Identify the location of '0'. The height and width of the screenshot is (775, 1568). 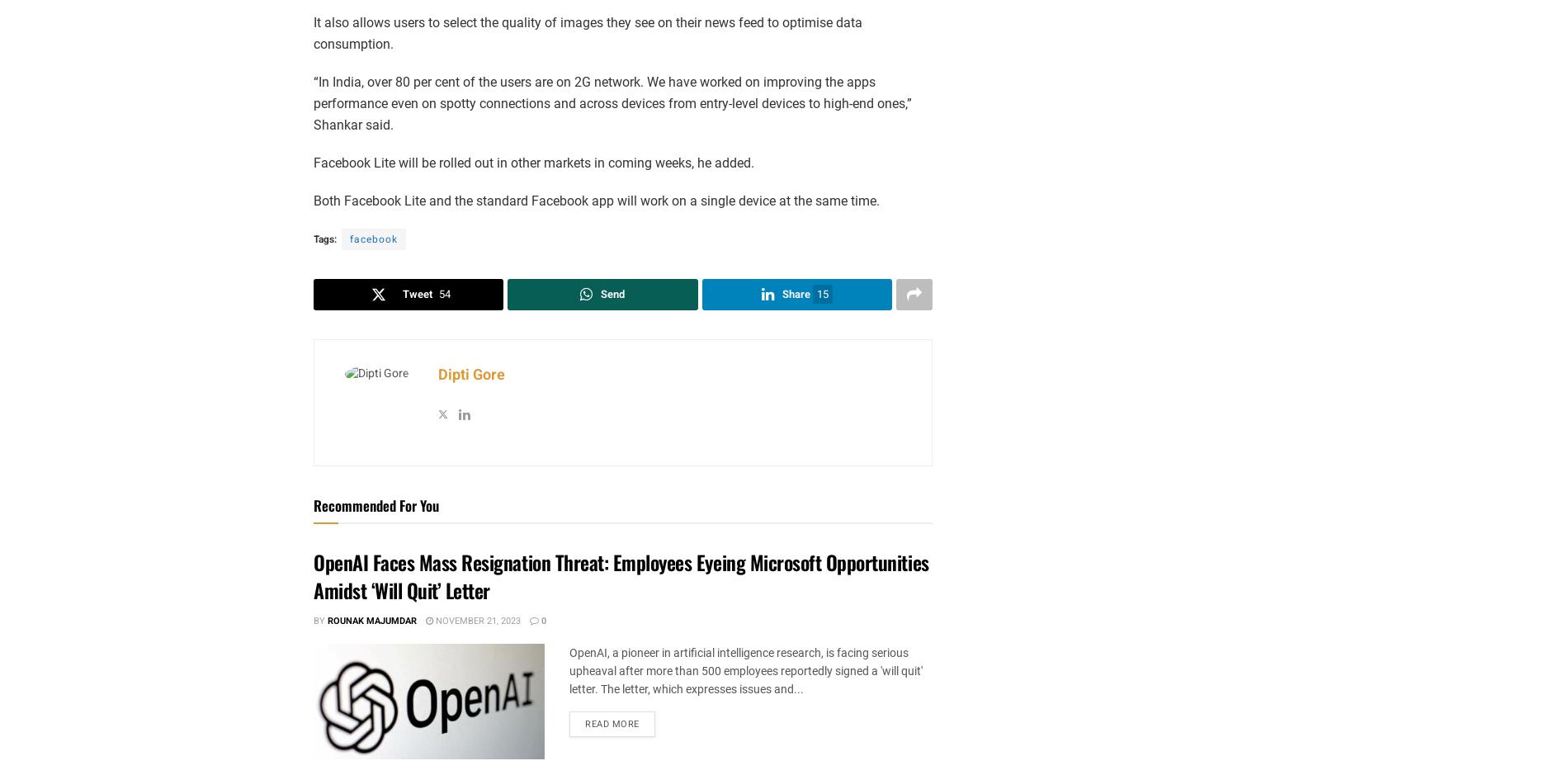
(542, 621).